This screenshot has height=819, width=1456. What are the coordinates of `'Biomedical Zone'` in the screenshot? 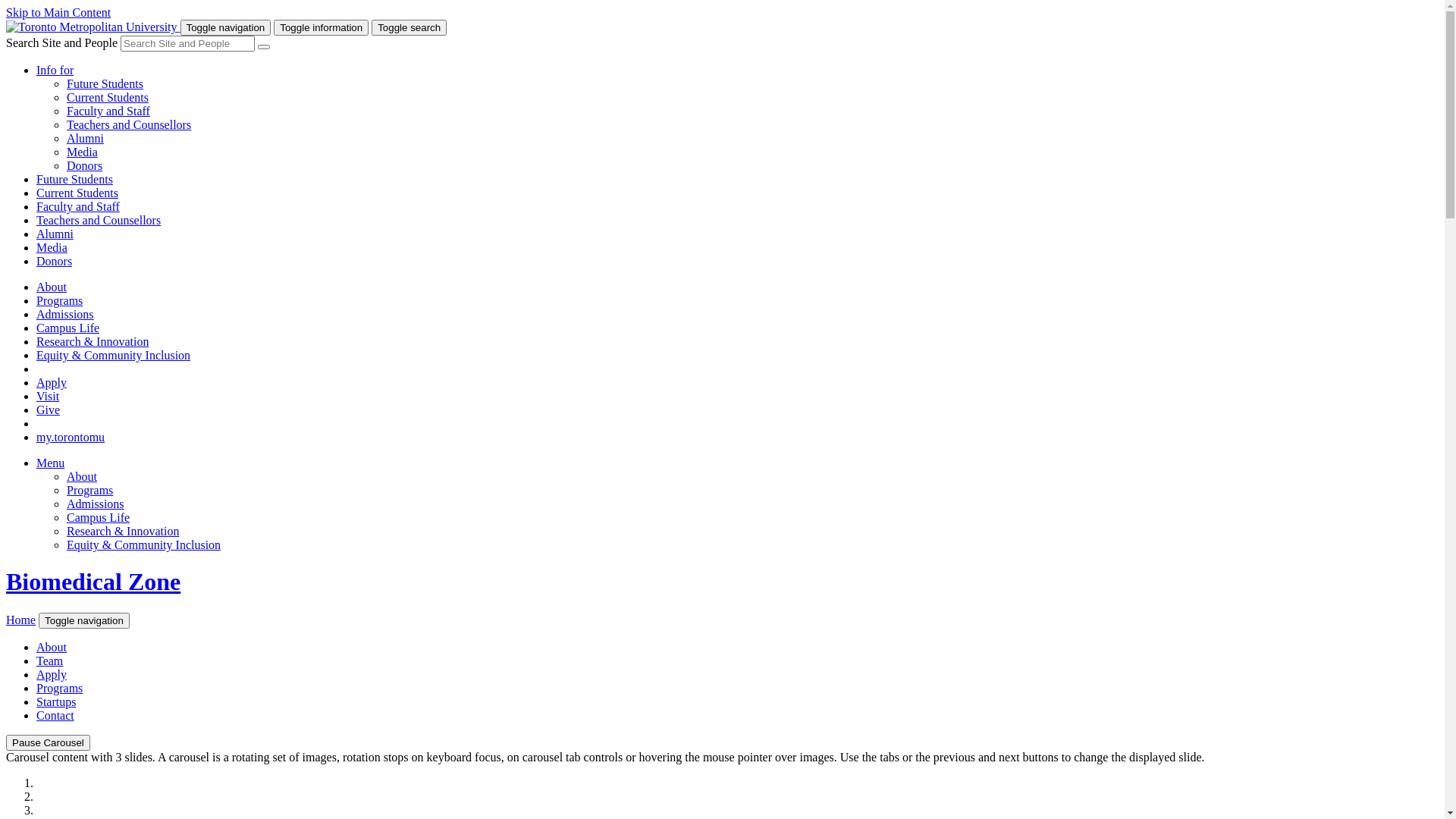 It's located at (93, 581).